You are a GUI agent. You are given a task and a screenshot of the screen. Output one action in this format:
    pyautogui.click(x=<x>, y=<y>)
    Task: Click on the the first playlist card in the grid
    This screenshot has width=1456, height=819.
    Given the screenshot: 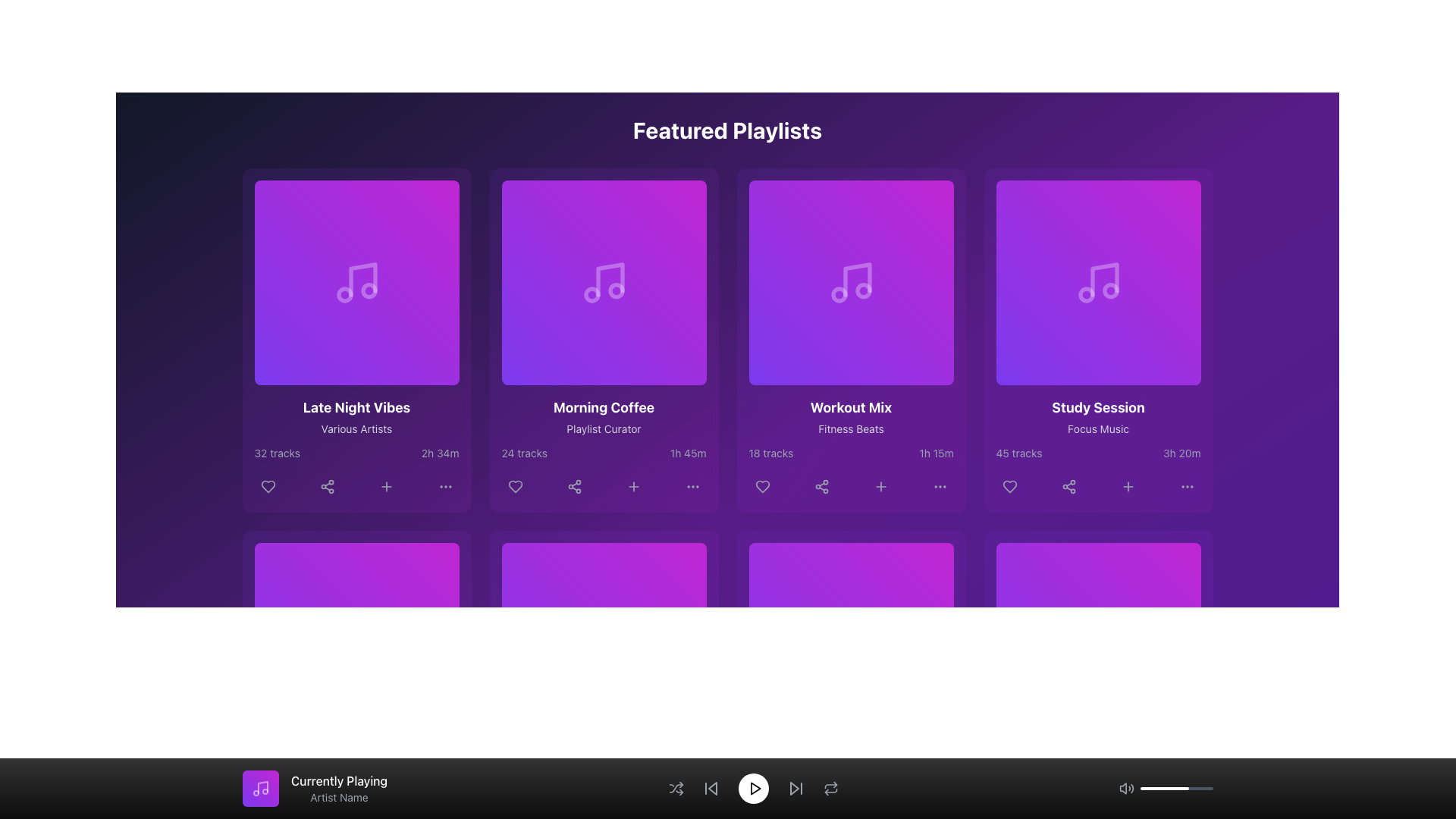 What is the action you would take?
    pyautogui.click(x=356, y=339)
    